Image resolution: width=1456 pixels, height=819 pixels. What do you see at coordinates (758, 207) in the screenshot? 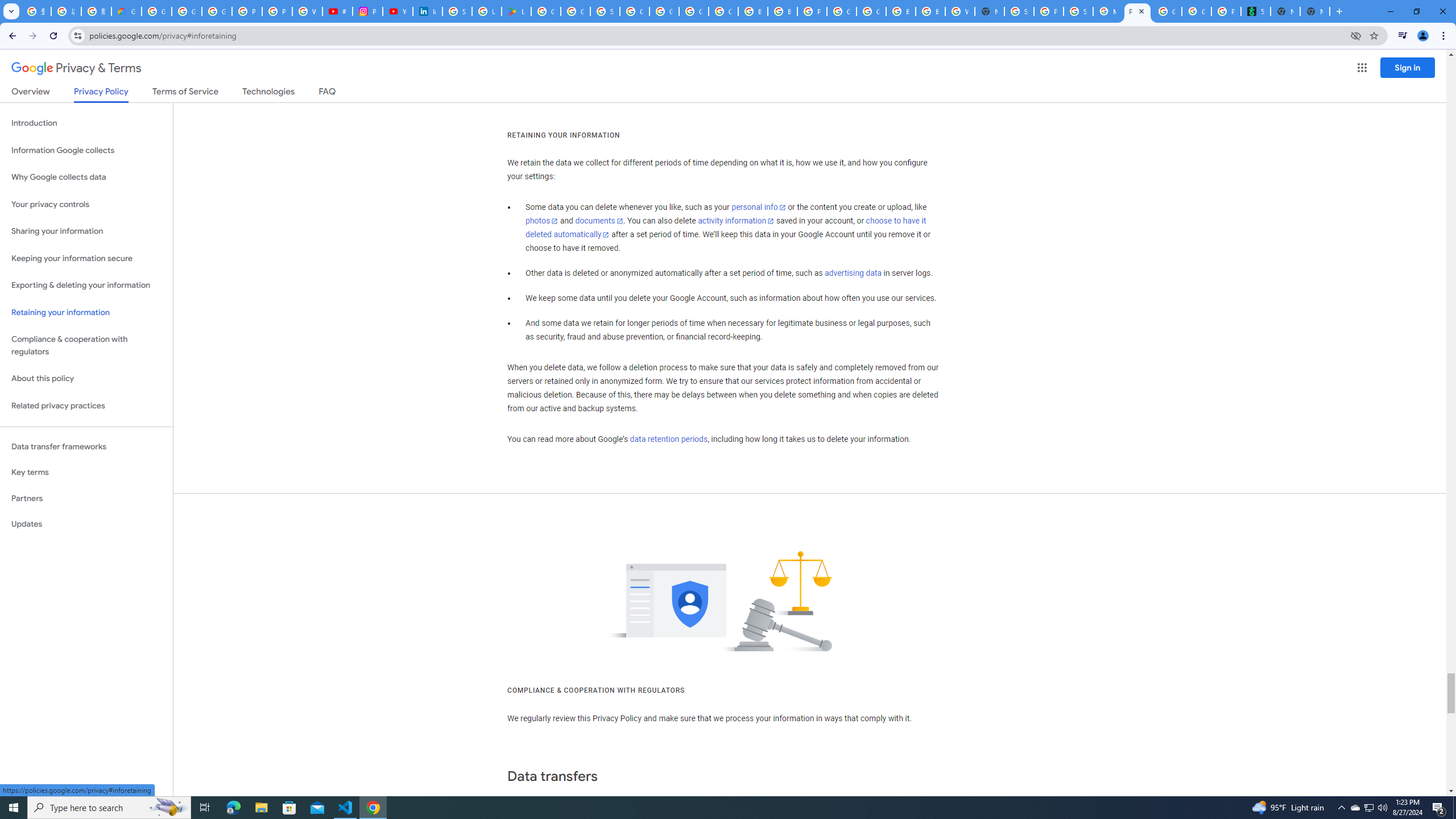
I see `'personal info'` at bounding box center [758, 207].